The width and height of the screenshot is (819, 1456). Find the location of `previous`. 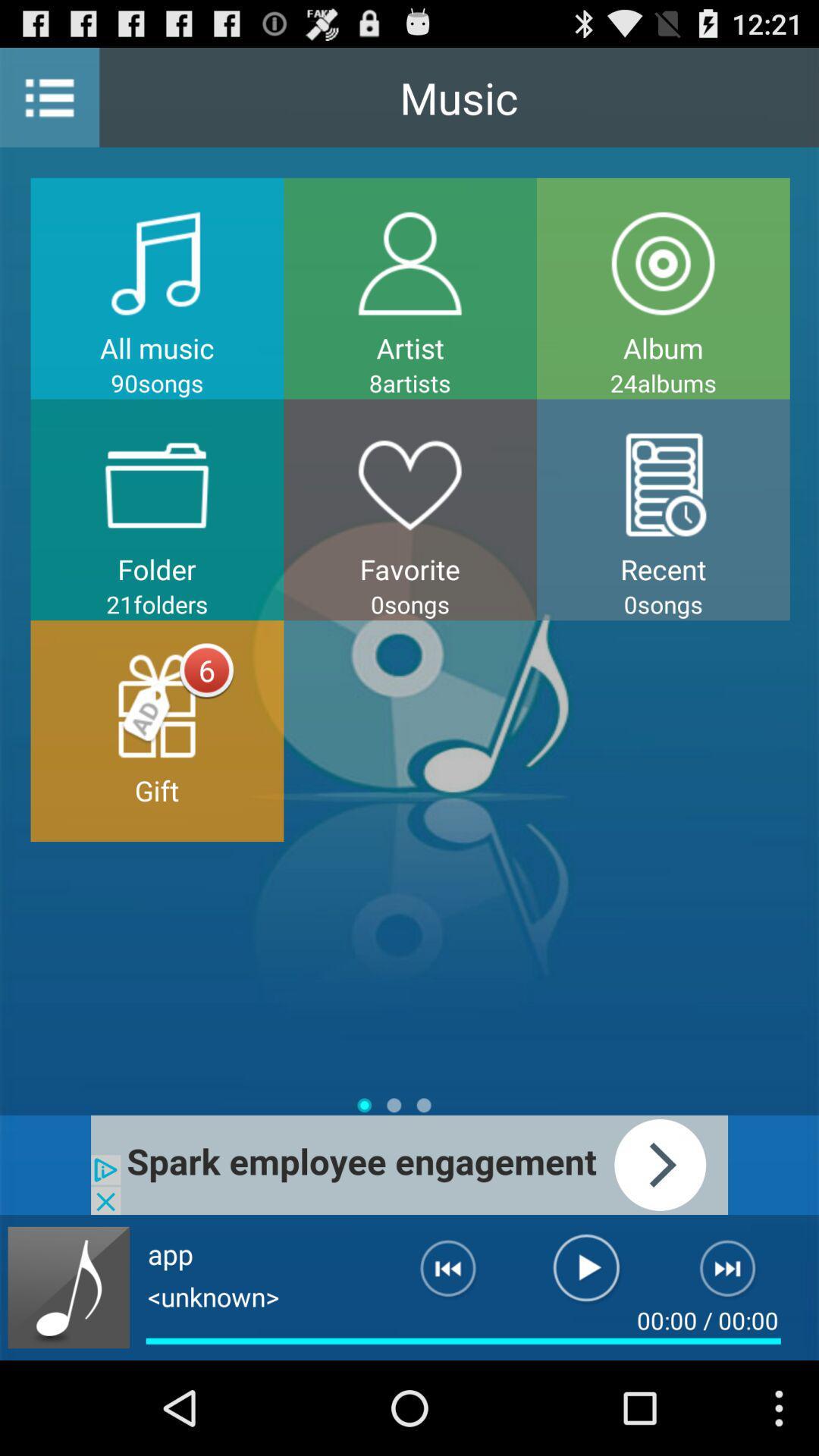

previous is located at coordinates (436, 1274).